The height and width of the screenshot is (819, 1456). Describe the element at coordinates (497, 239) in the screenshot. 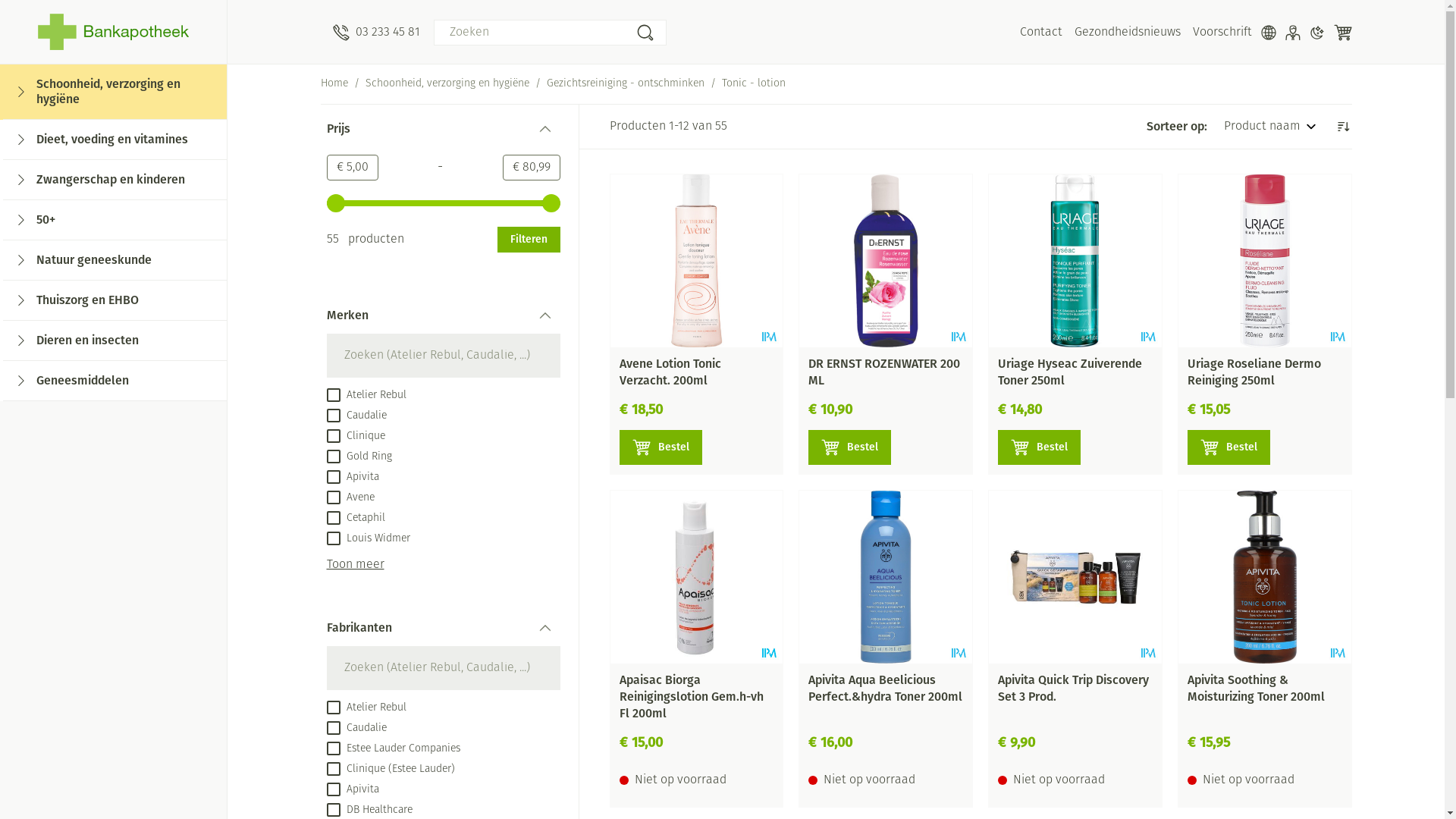

I see `'Filteren'` at that location.